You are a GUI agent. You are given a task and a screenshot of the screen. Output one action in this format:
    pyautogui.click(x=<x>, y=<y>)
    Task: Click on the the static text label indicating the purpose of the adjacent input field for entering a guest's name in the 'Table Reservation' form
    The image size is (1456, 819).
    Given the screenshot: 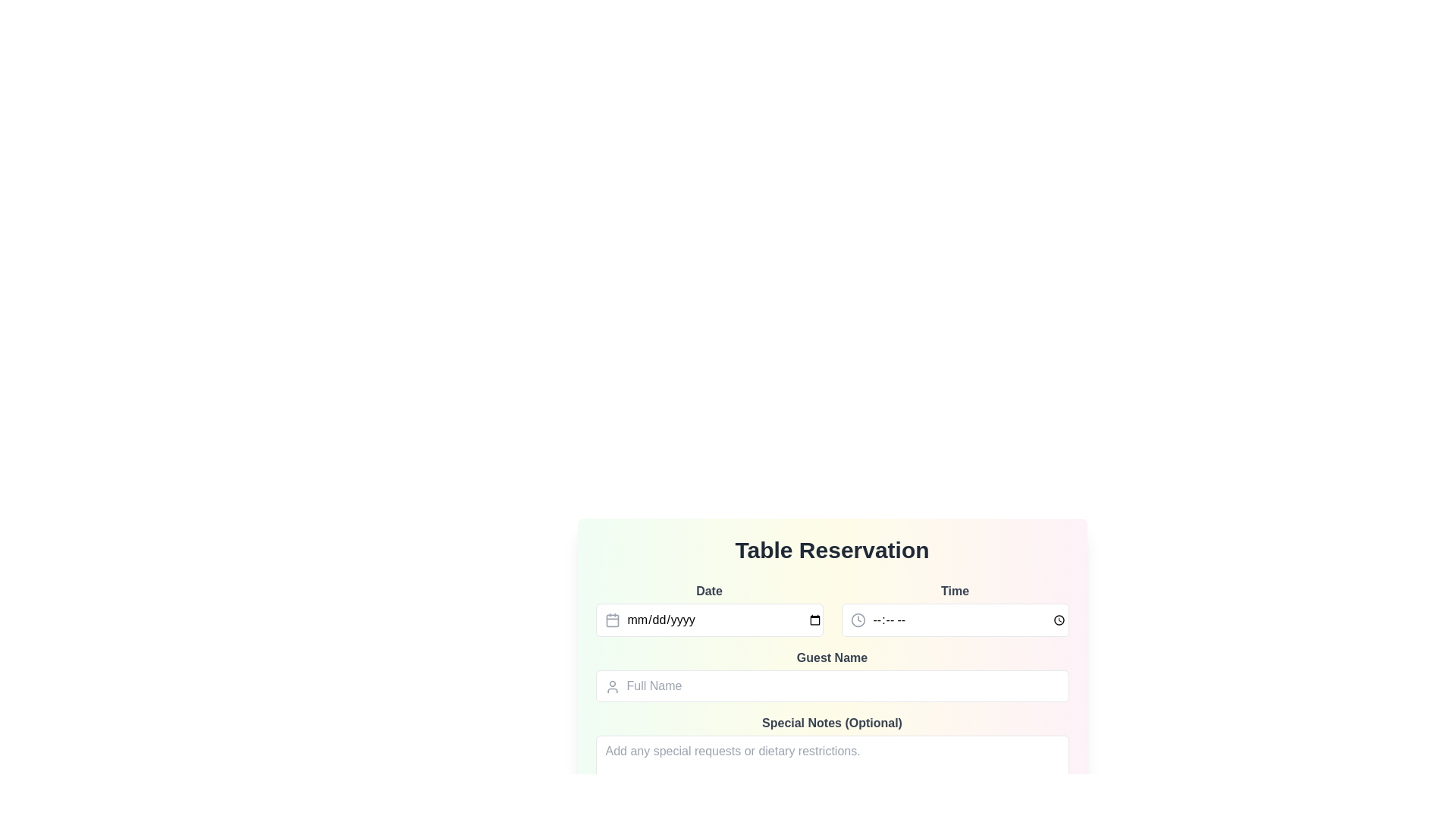 What is the action you would take?
    pyautogui.click(x=831, y=657)
    